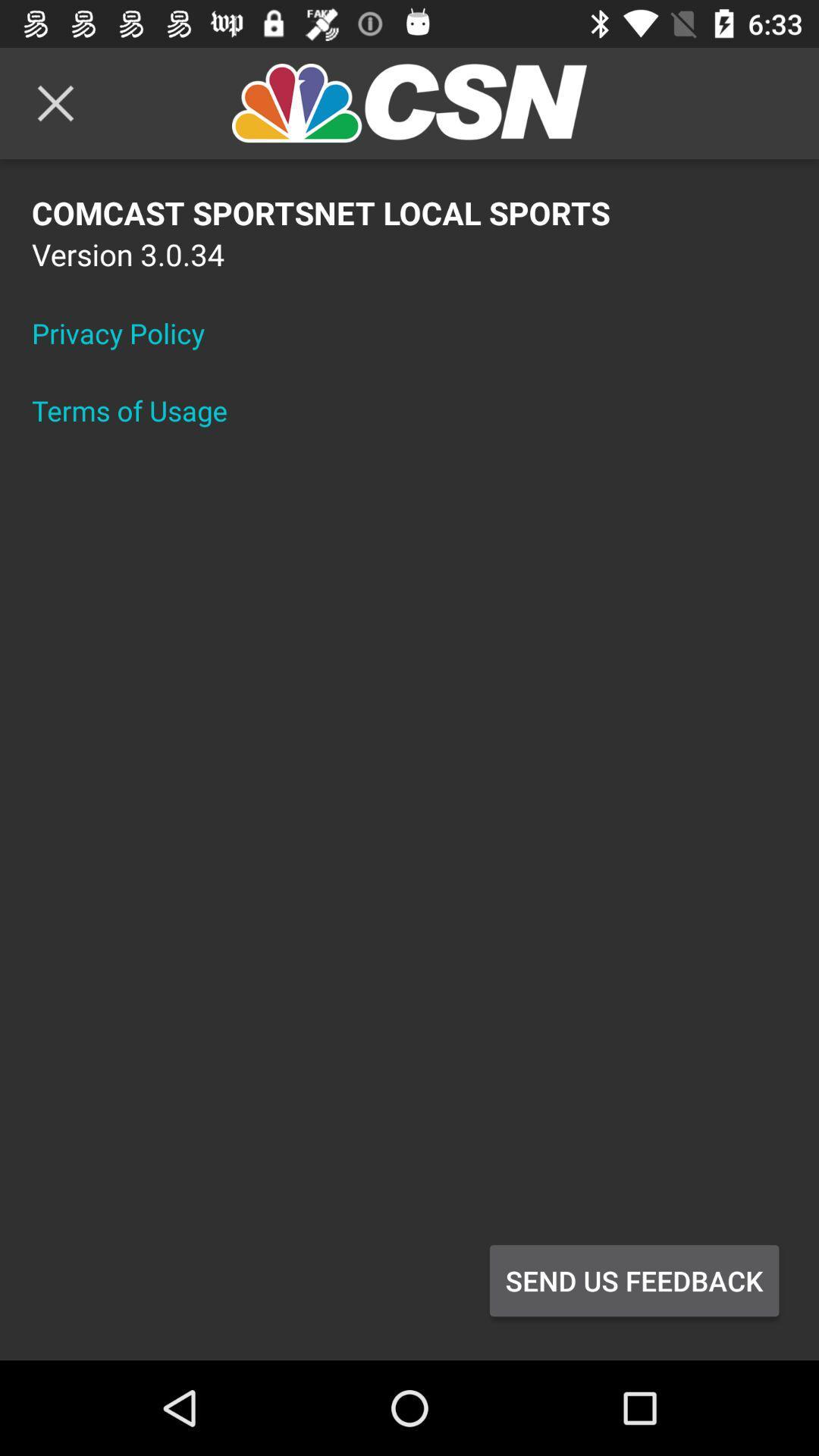 The image size is (819, 1456). I want to click on icon at the bottom right corner, so click(634, 1280).